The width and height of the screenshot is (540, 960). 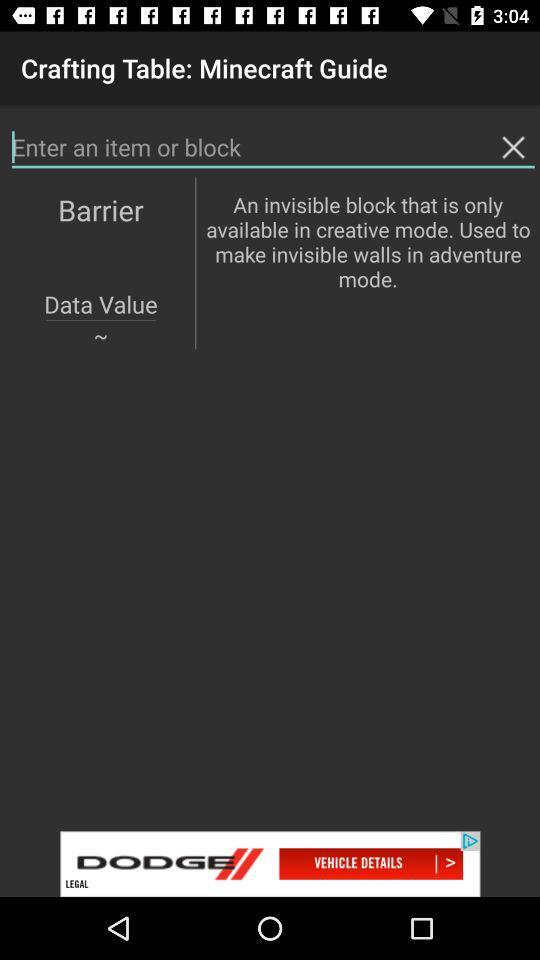 I want to click on advertisement page, so click(x=270, y=863).